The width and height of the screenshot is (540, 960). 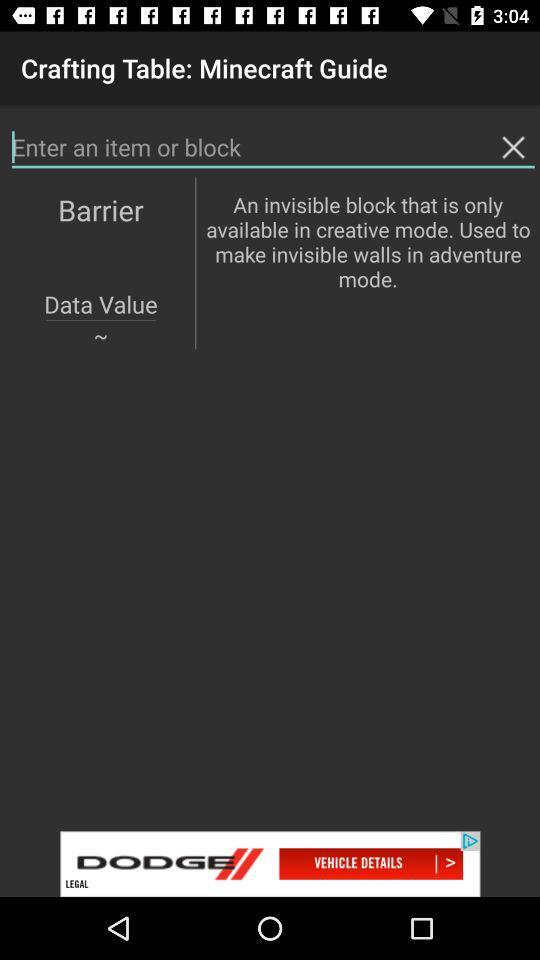 I want to click on advertisement page, so click(x=270, y=863).